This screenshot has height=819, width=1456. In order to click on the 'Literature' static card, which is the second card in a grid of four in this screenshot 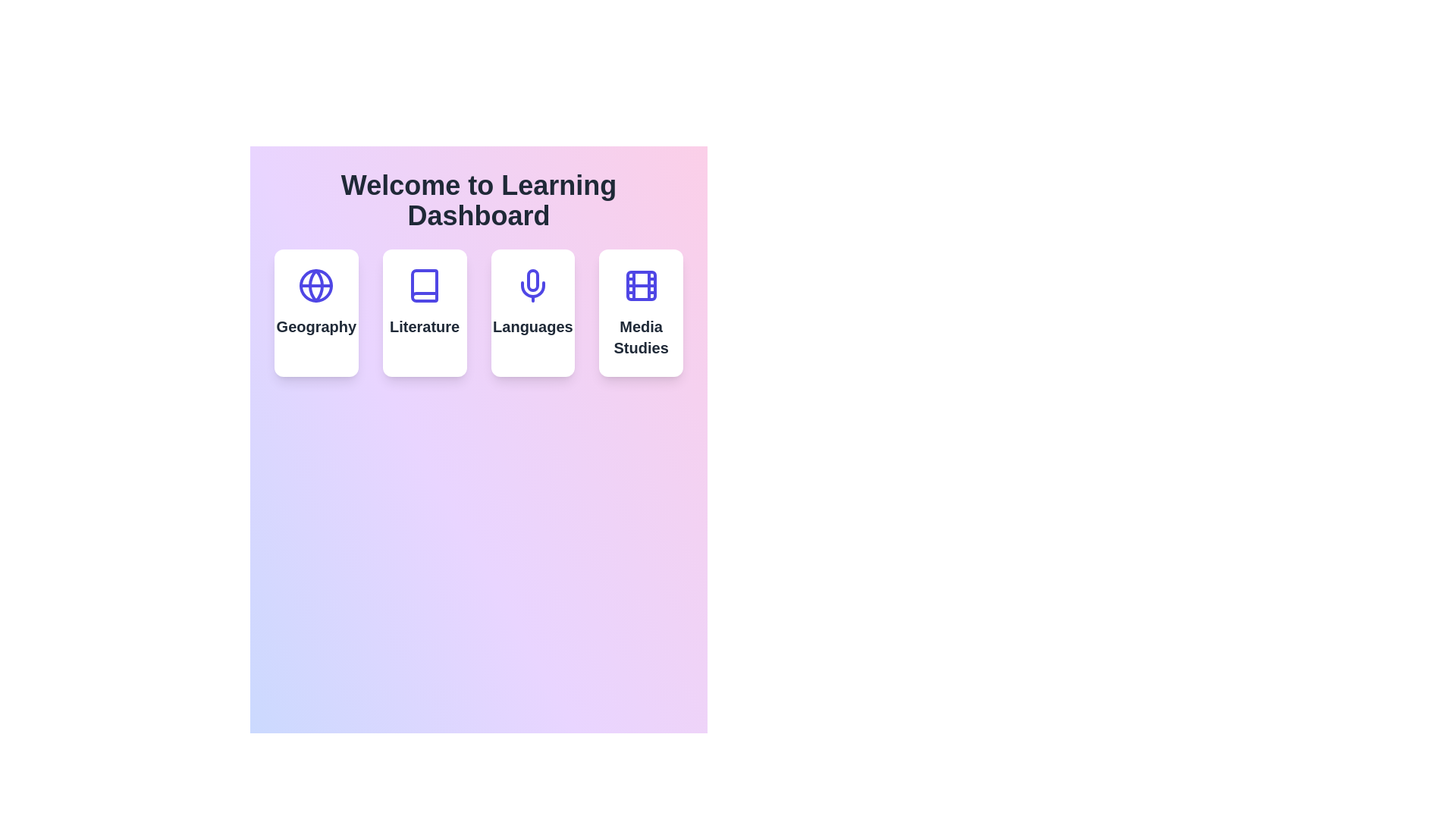, I will do `click(425, 312)`.